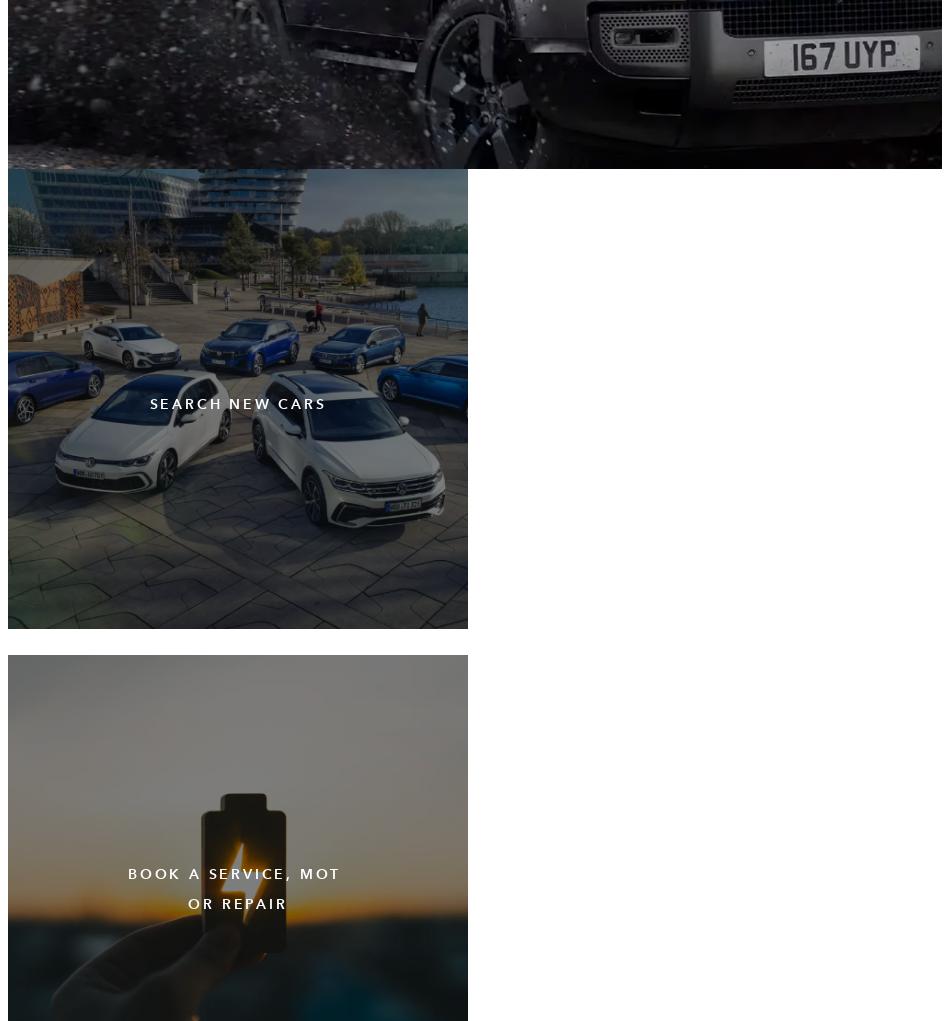  Describe the element at coordinates (119, 730) in the screenshot. I see `'Registered number: 1192572'` at that location.